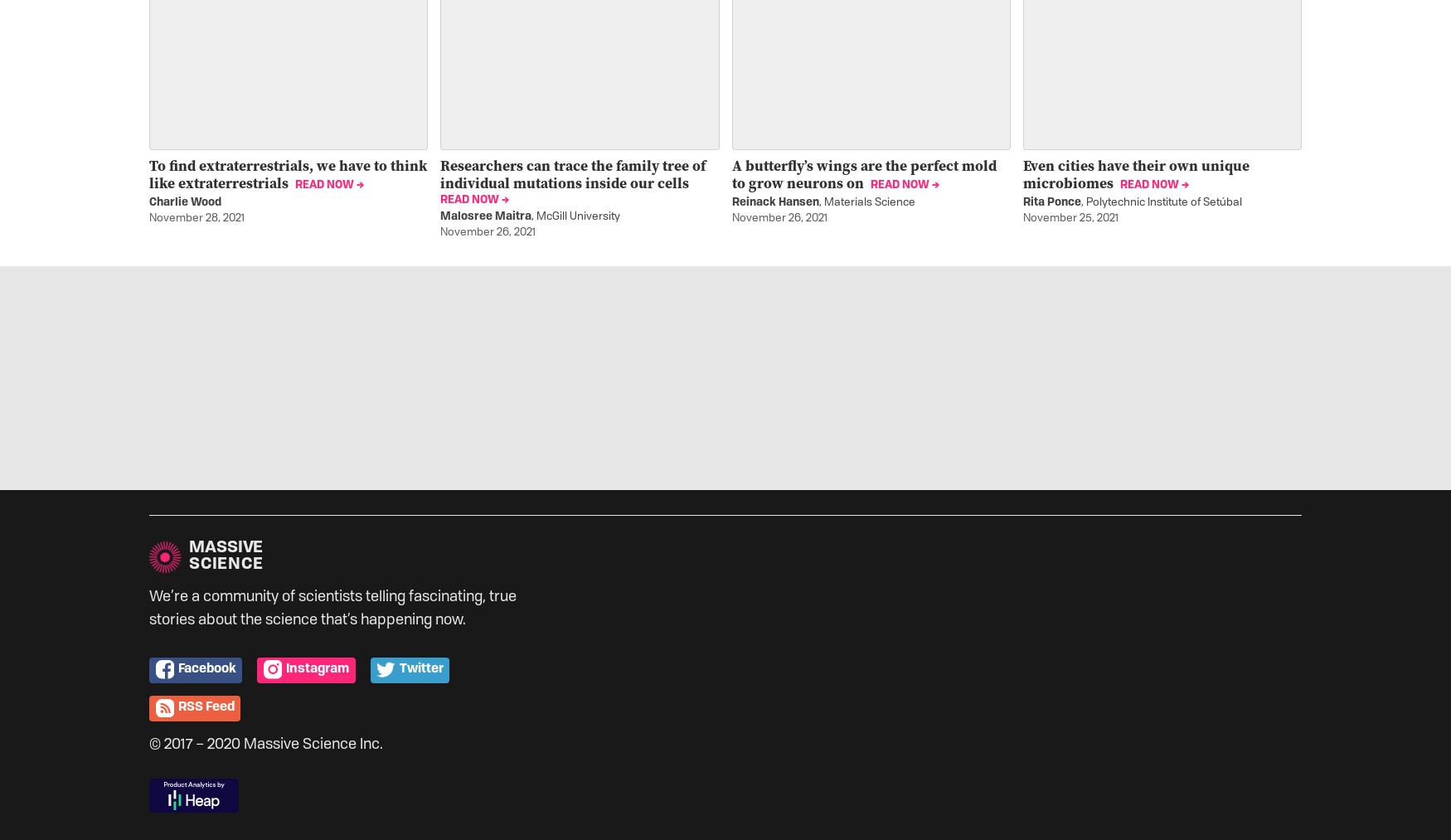 The width and height of the screenshot is (1451, 840). I want to click on 'To find extraterrestrials, we have to think like extraterrestrials', so click(288, 172).